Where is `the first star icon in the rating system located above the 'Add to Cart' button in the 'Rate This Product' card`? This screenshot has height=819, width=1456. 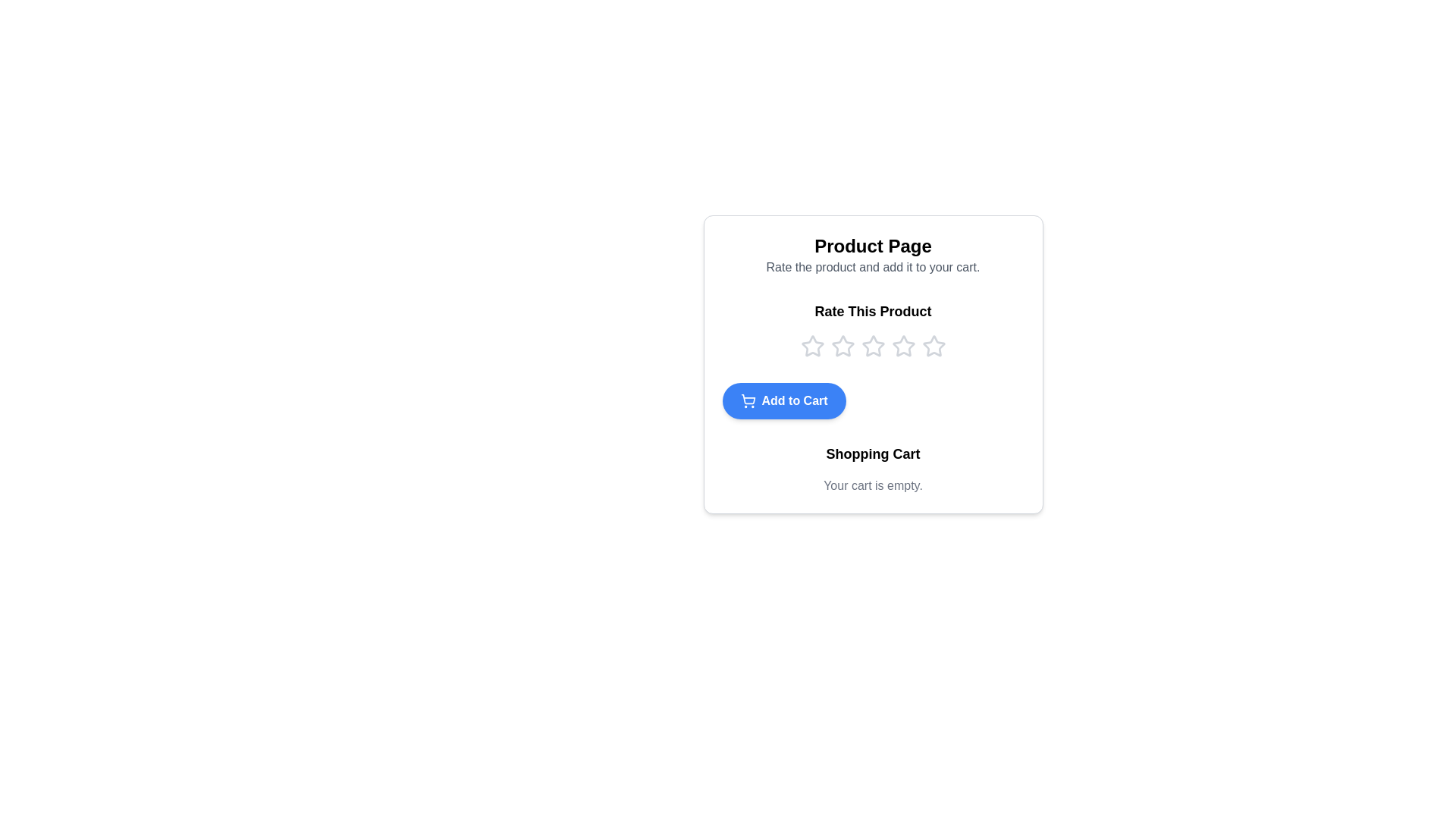 the first star icon in the rating system located above the 'Add to Cart' button in the 'Rate This Product' card is located at coordinates (811, 346).